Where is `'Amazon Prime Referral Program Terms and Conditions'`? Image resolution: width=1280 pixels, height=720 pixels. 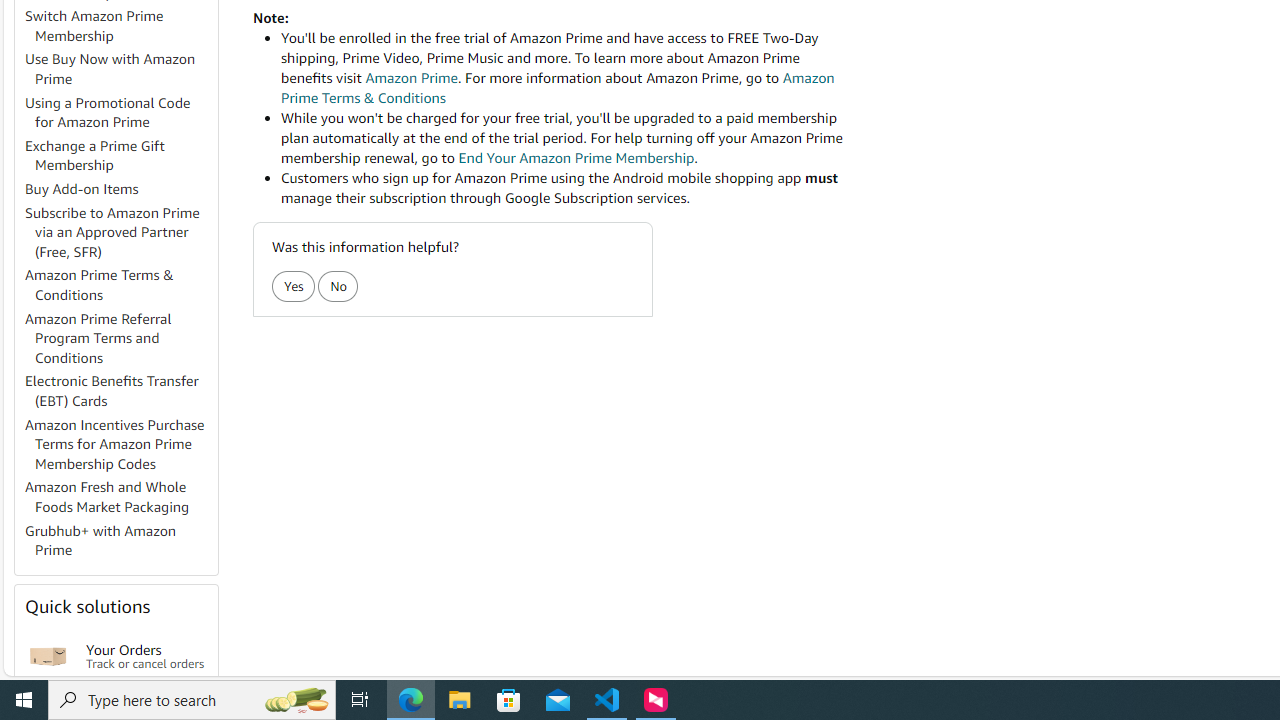
'Amazon Prime Referral Program Terms and Conditions' is located at coordinates (119, 337).